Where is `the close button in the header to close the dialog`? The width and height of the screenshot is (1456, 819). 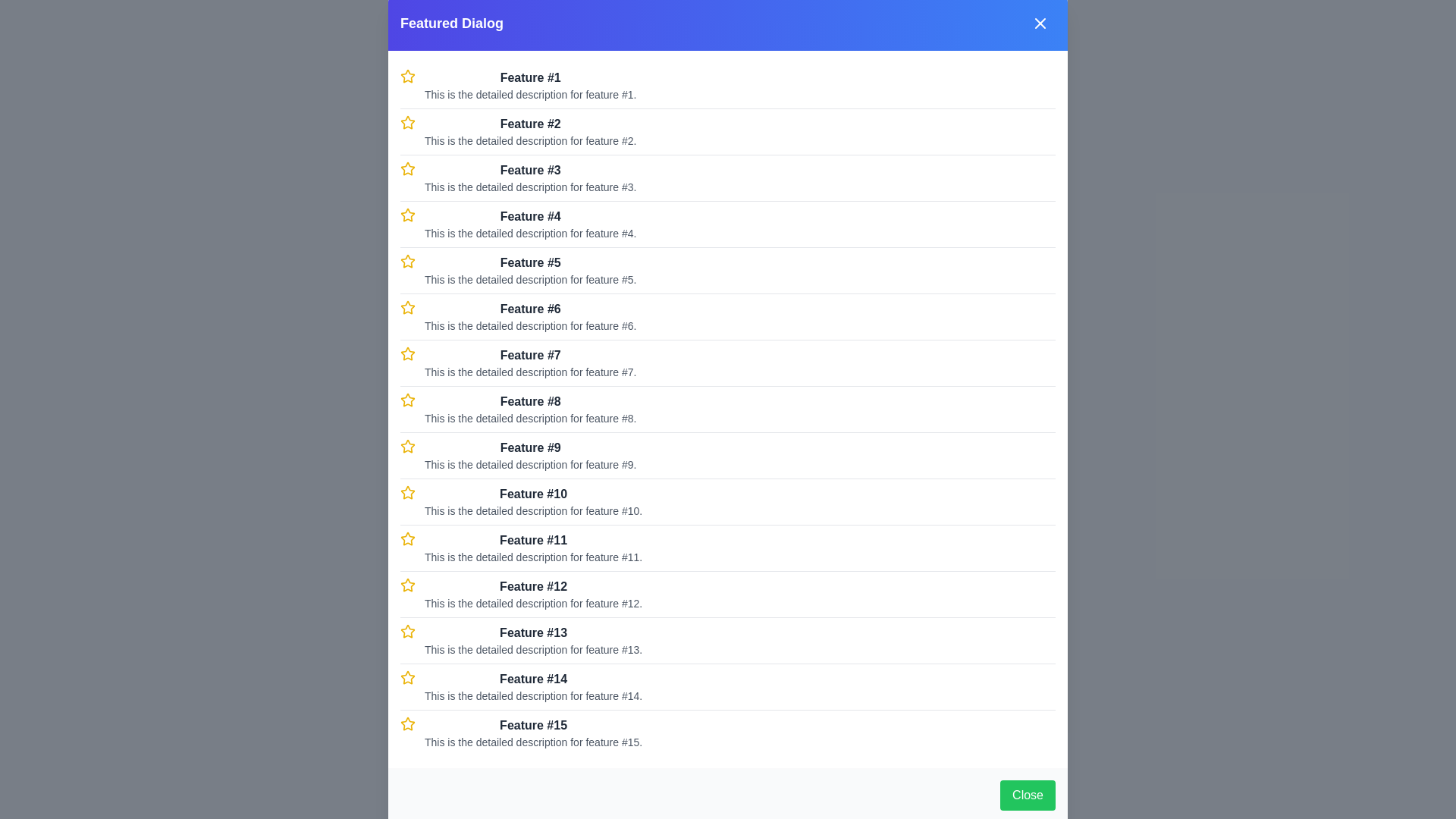 the close button in the header to close the dialog is located at coordinates (1040, 23).